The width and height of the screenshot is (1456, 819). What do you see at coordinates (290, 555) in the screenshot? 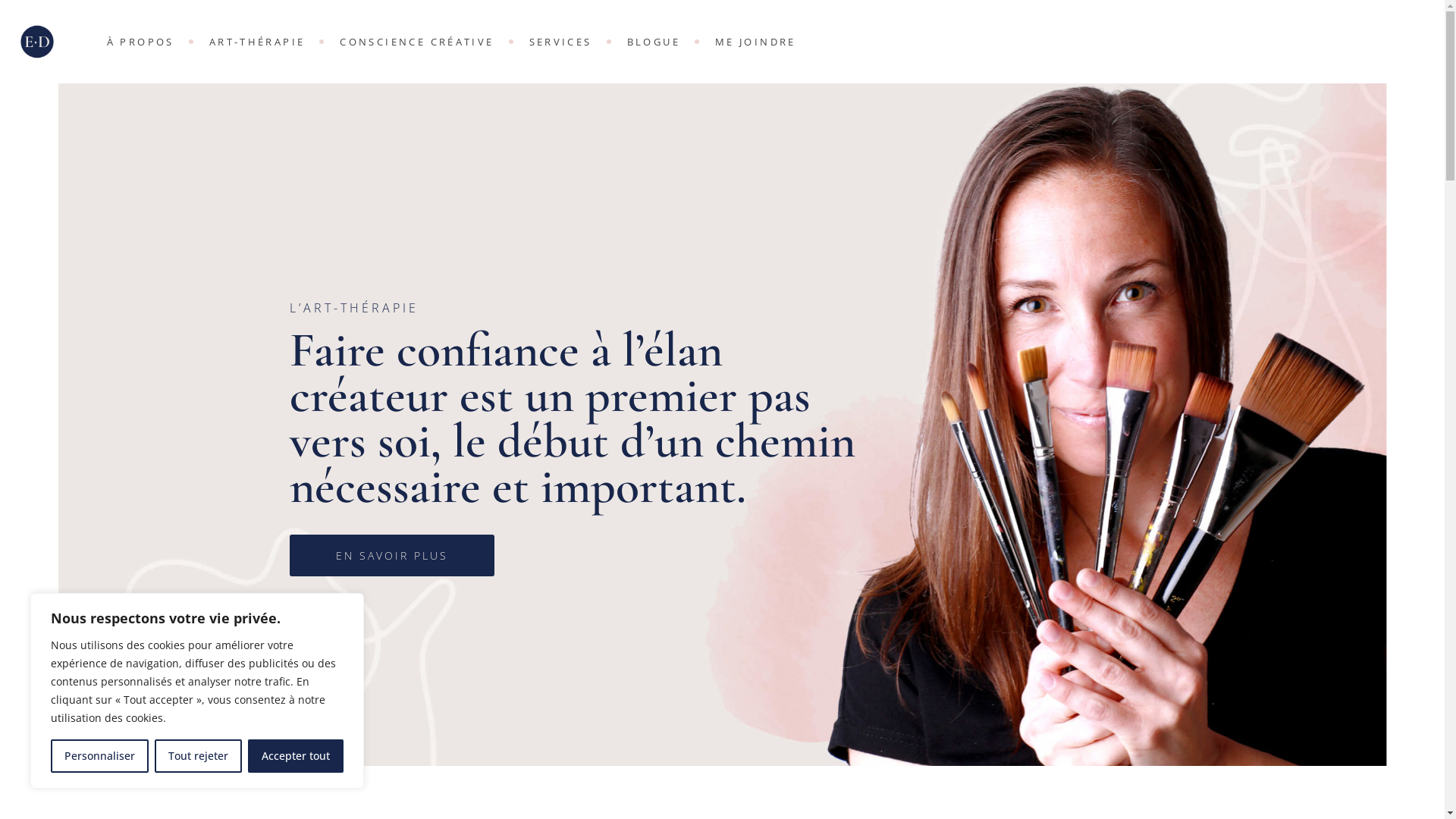
I see `'EN SAVOIR PLUS'` at bounding box center [290, 555].